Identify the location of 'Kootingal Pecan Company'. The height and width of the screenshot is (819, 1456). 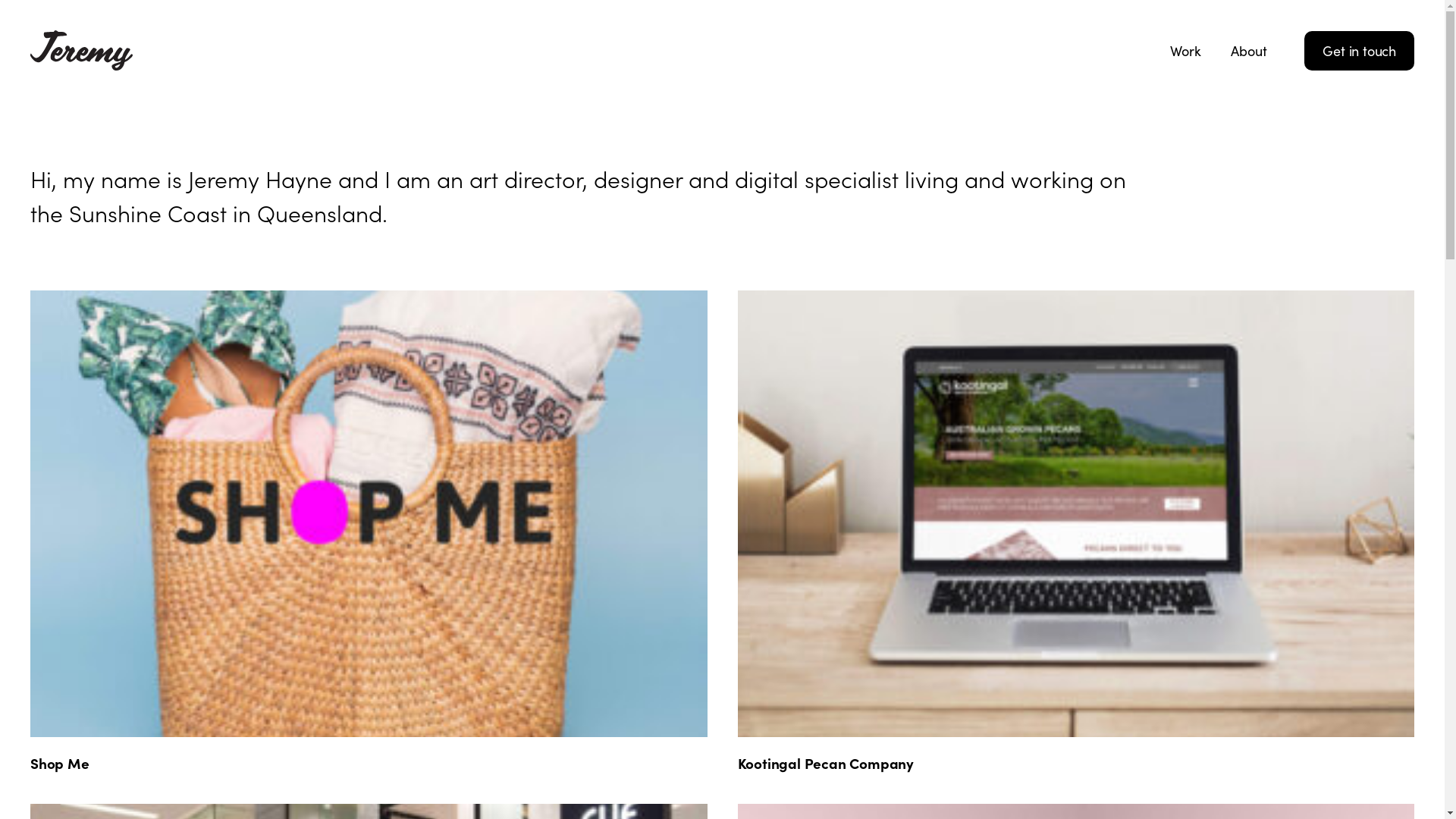
(824, 762).